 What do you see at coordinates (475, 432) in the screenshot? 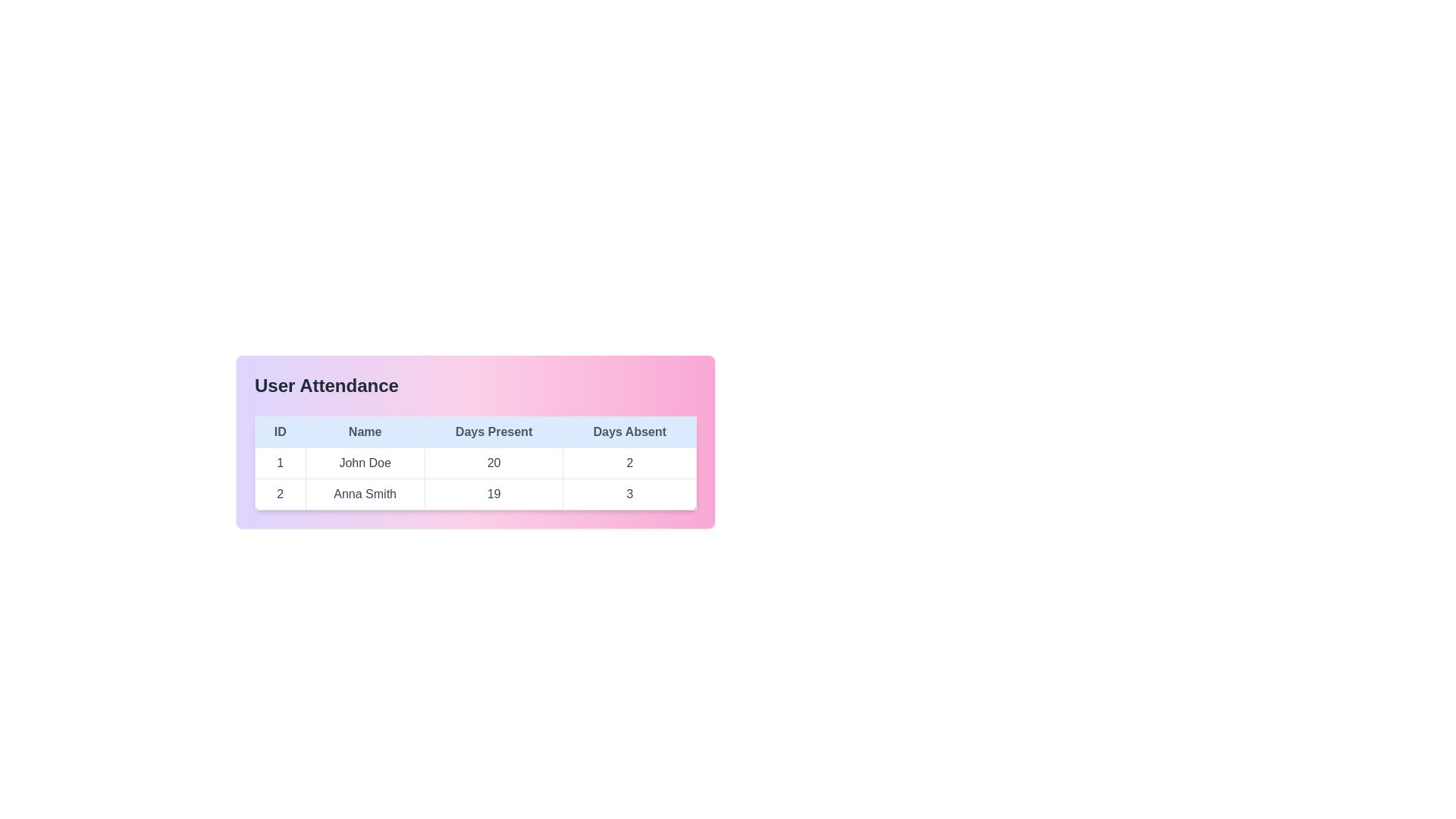
I see `the Table Header Row which provides labels for the columns including 'ID', 'Name', 'Days Present', and 'Days Absent' in the 'User Attendance' section` at bounding box center [475, 432].